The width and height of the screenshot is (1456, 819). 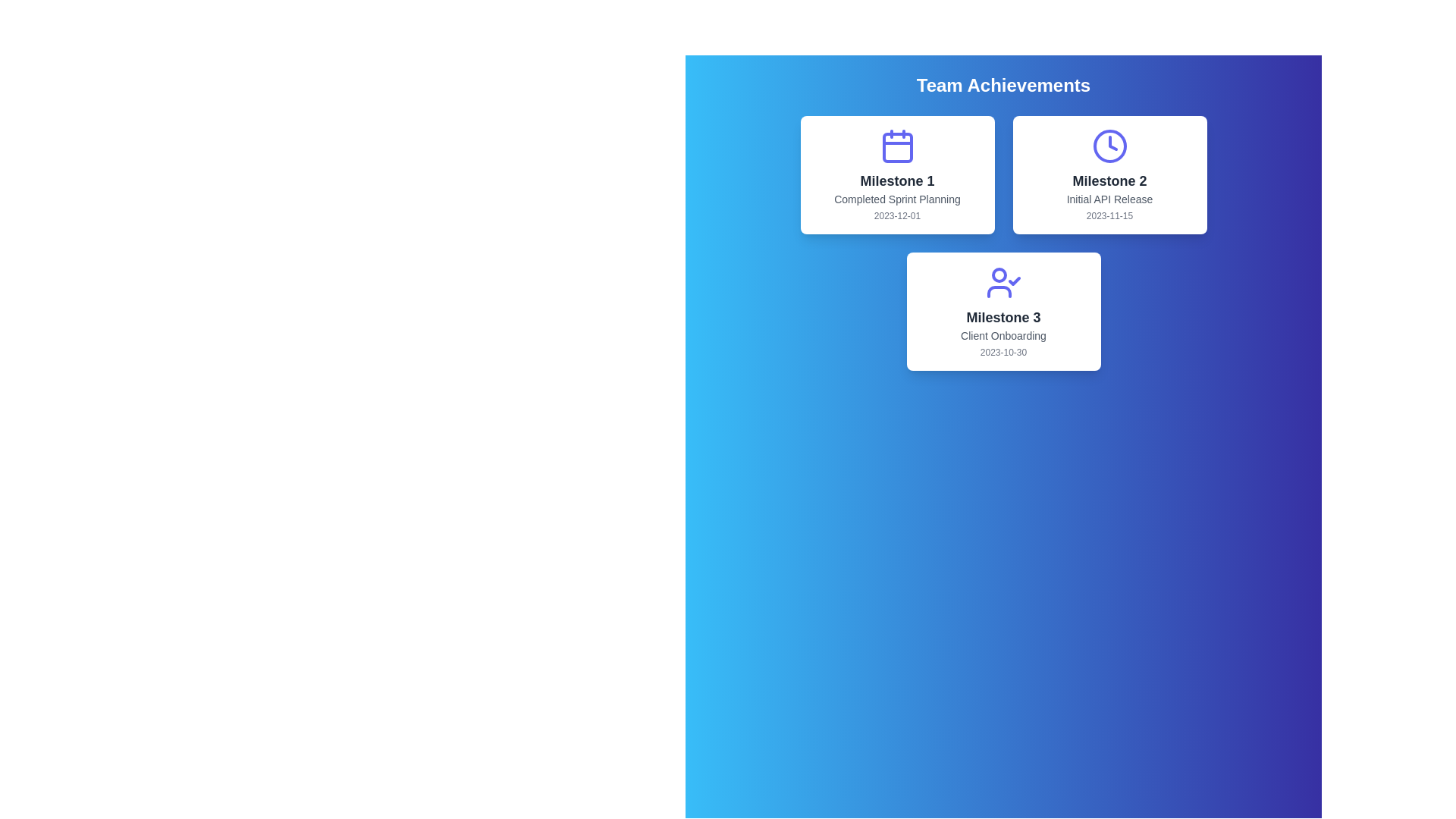 I want to click on the SVG rectangle that represents the calendar base within the 'Milestone 1' card in the 'Team Achievements' section, which serves as a decorative element related to dates and schedules, so click(x=897, y=148).